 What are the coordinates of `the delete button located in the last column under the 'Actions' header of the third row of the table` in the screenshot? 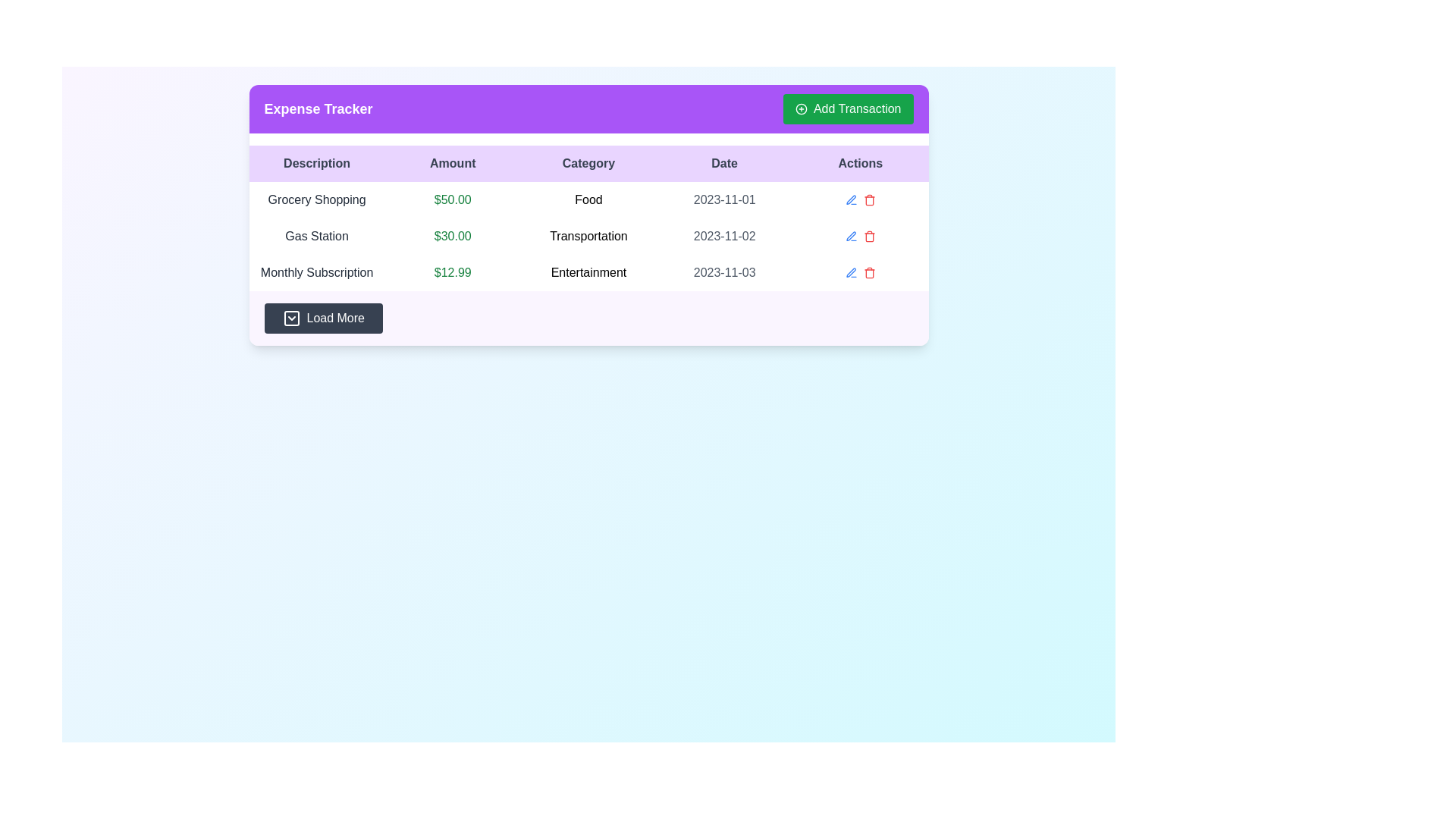 It's located at (869, 271).